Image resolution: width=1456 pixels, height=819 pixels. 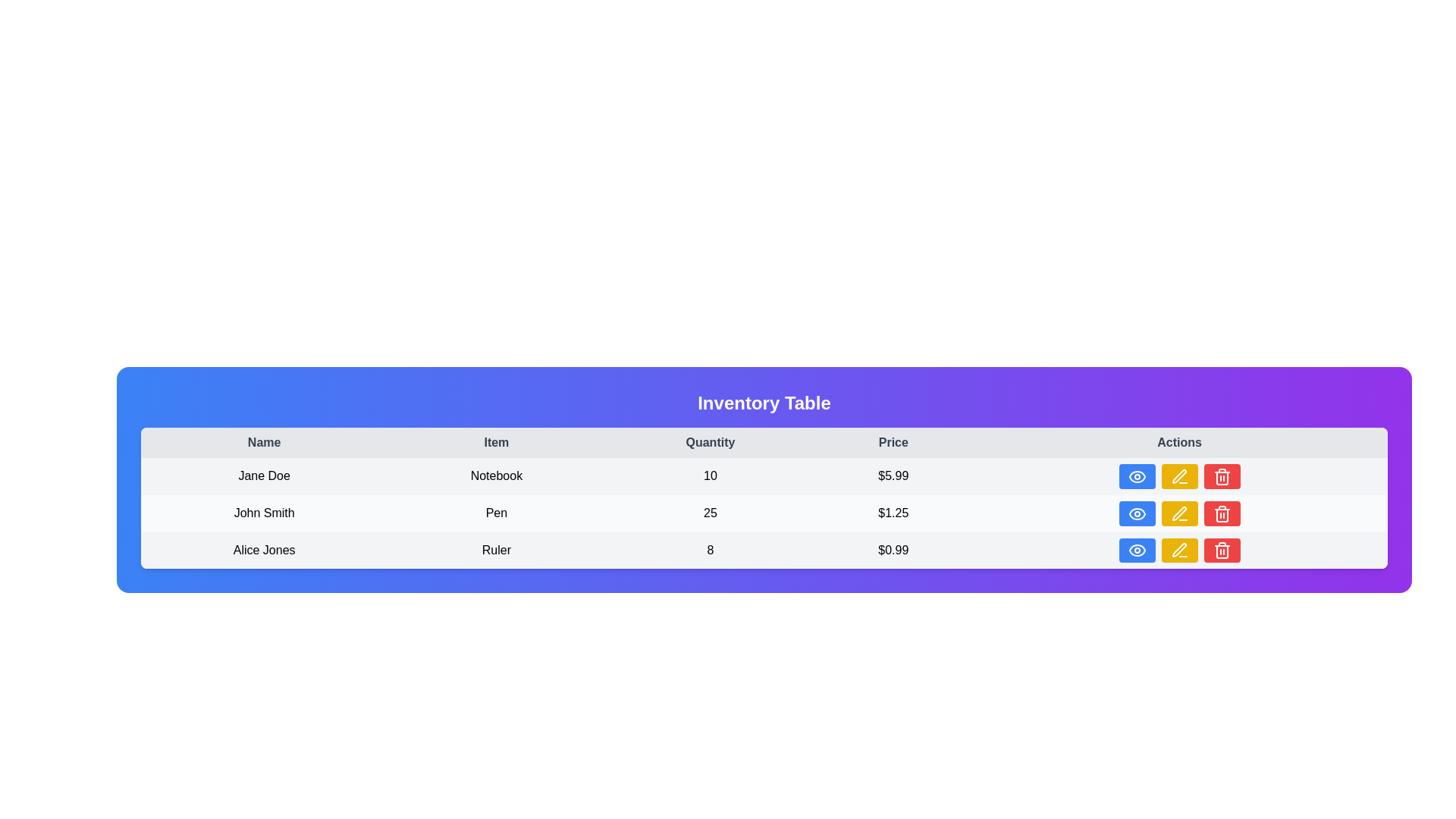 What do you see at coordinates (264, 550) in the screenshot?
I see `the static text element displaying 'Alice Jones' in a bold, dark font, located in the leftmost cell of the bottom row of a table layout under the 'Name' column` at bounding box center [264, 550].